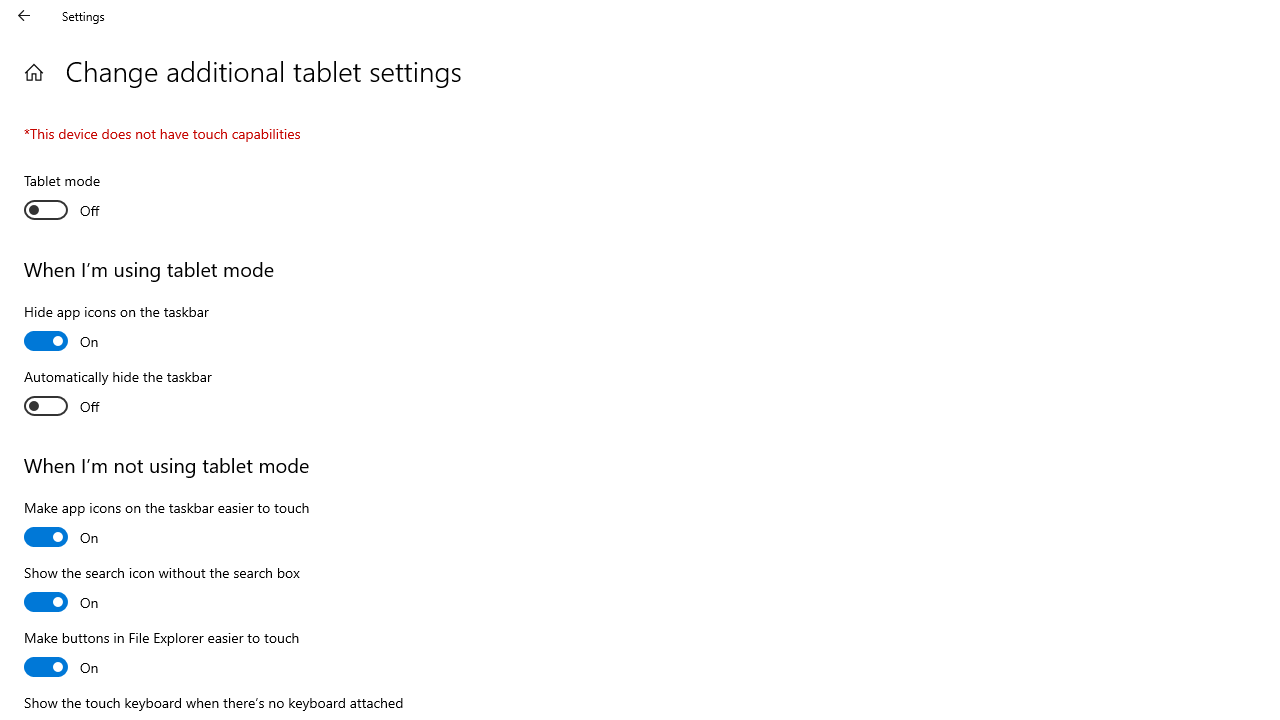 The width and height of the screenshot is (1280, 720). What do you see at coordinates (24, 15) in the screenshot?
I see `'Back'` at bounding box center [24, 15].